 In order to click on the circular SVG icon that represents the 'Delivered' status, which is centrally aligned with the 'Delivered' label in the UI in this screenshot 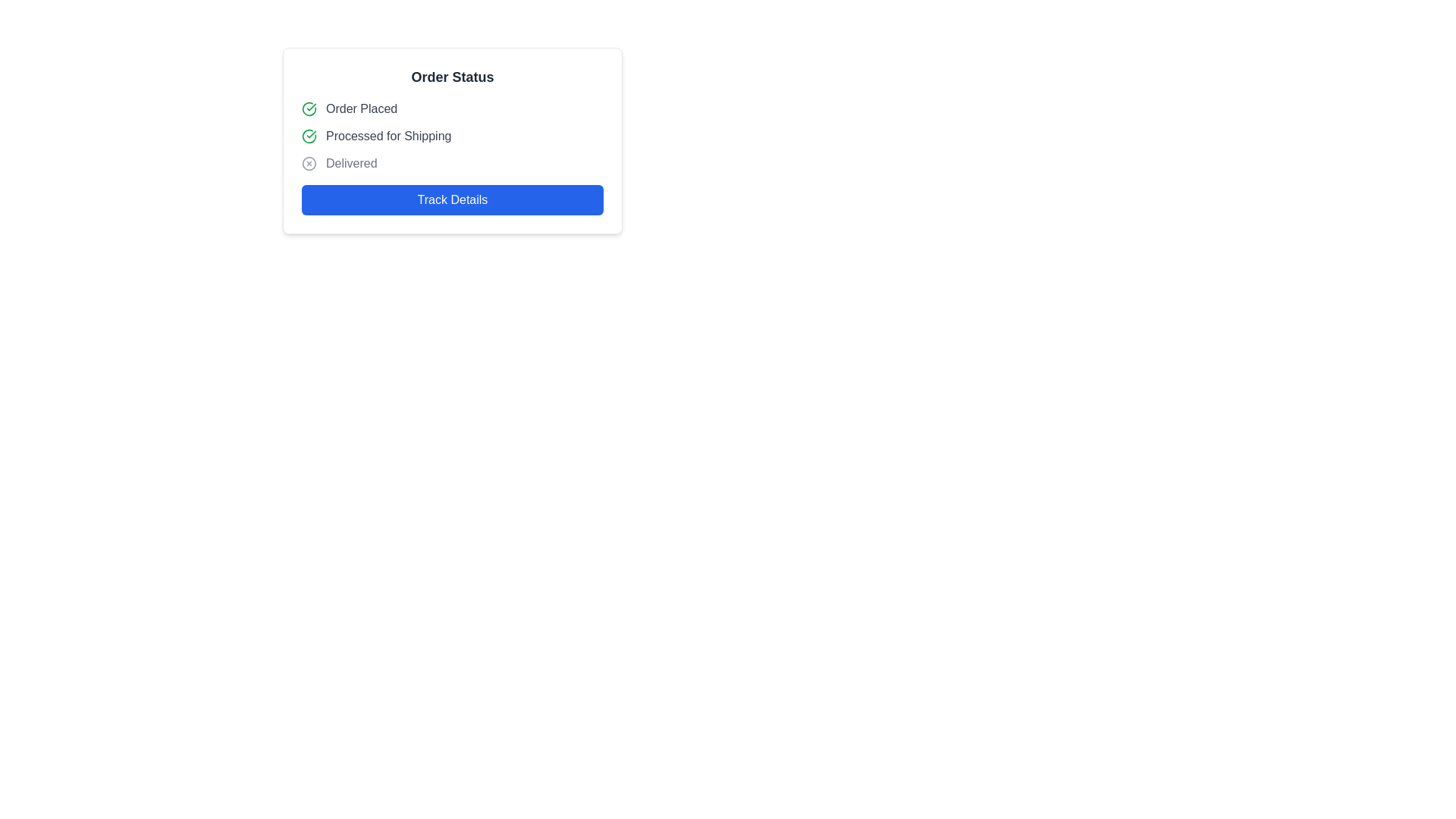, I will do `click(309, 164)`.